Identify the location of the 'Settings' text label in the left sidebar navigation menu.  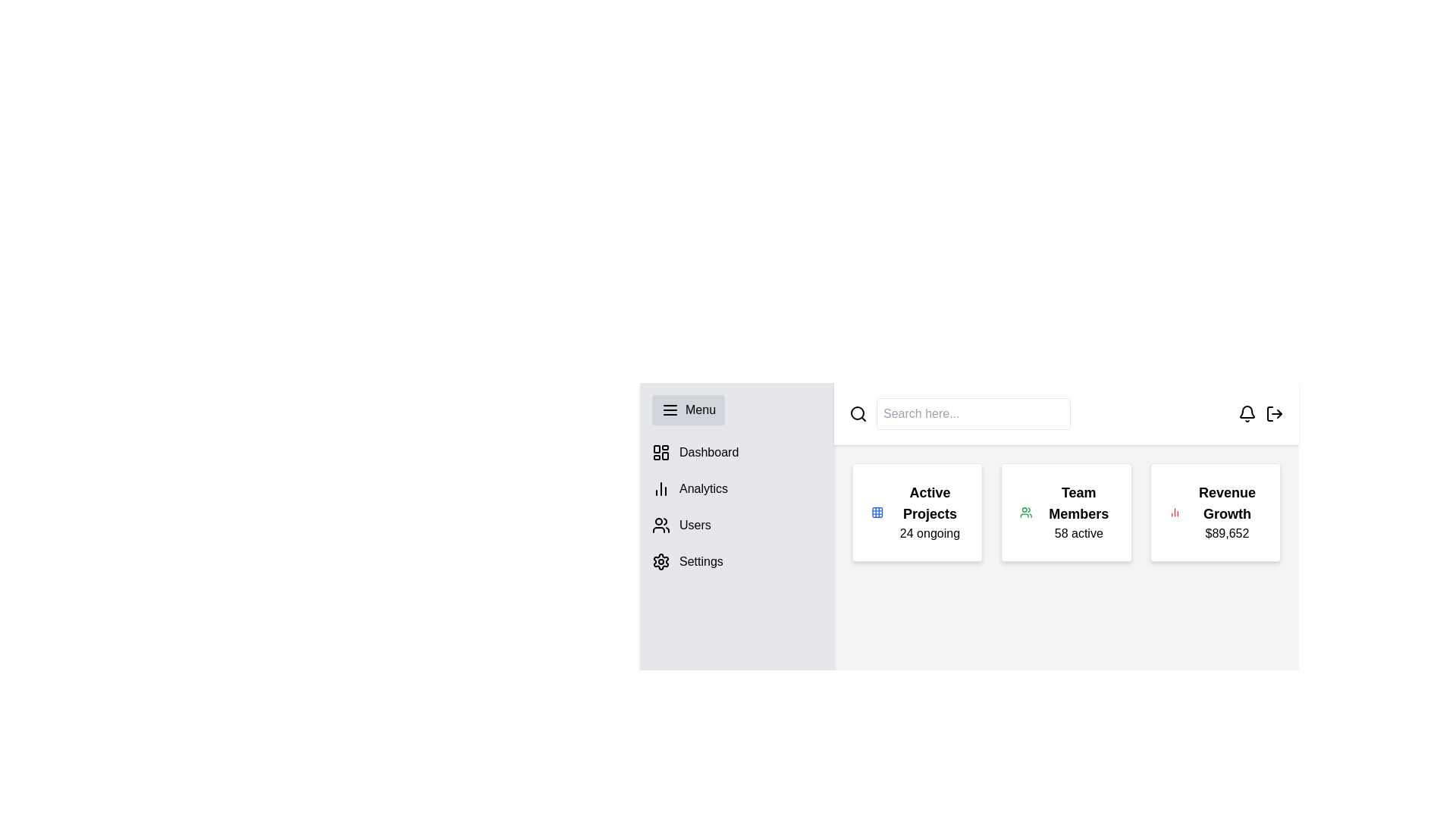
(700, 561).